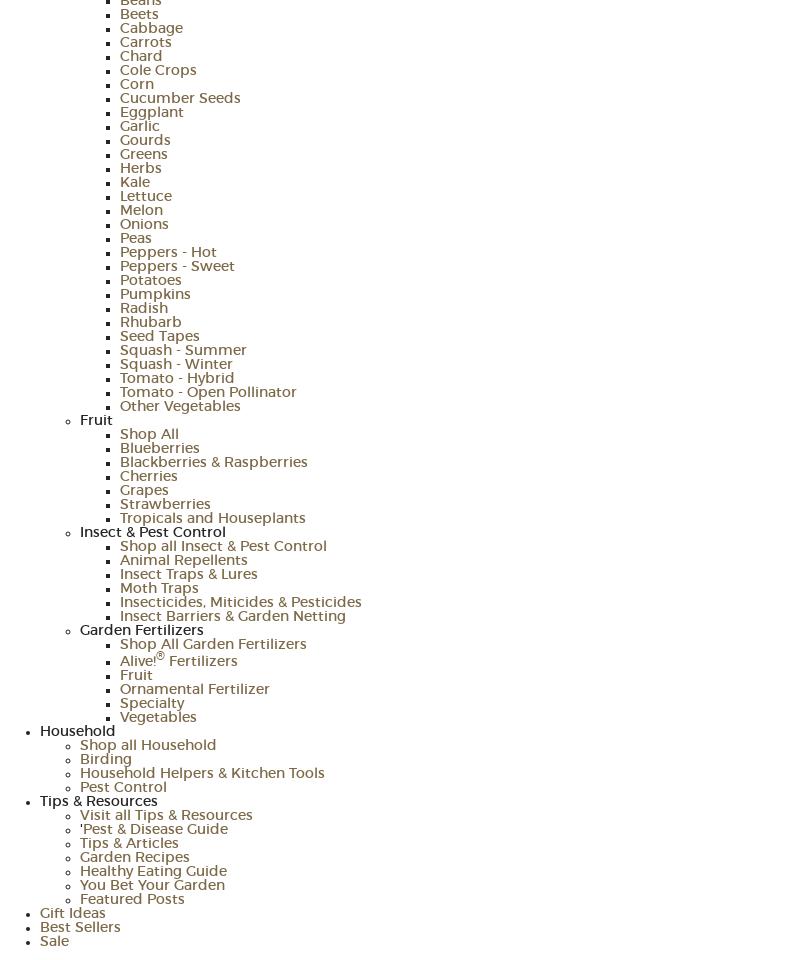  I want to click on 'Ornamental Fertilizer', so click(119, 690).